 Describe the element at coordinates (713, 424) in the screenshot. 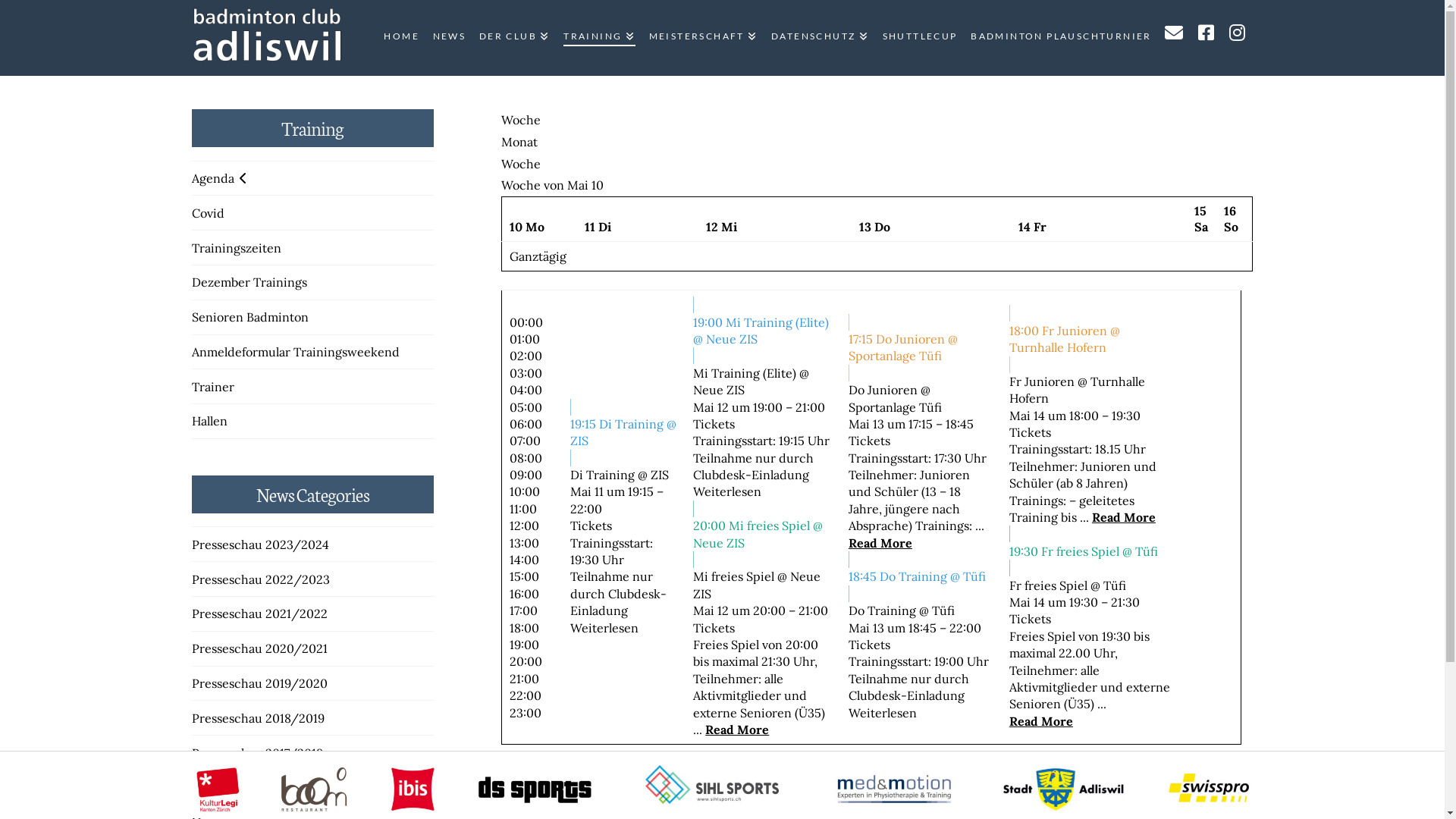

I see `'Tickets'` at that location.